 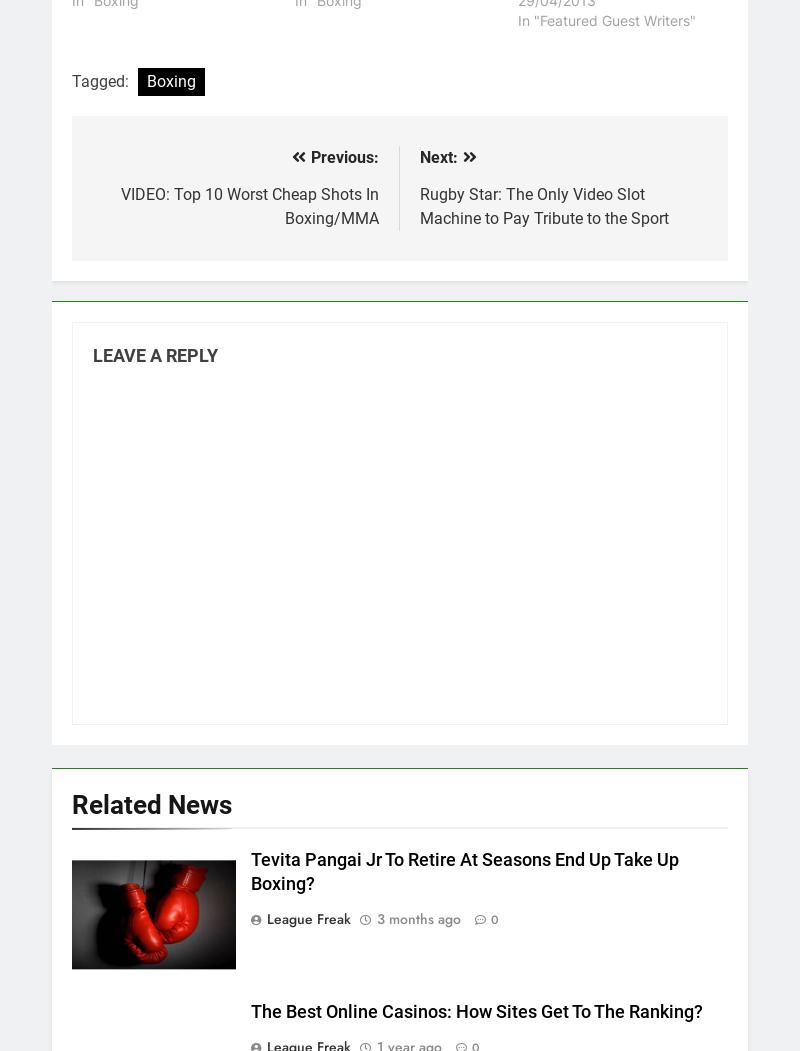 What do you see at coordinates (216, 305) in the screenshot?
I see `'The 2029 NRL Draw – Every Game, Every Club'` at bounding box center [216, 305].